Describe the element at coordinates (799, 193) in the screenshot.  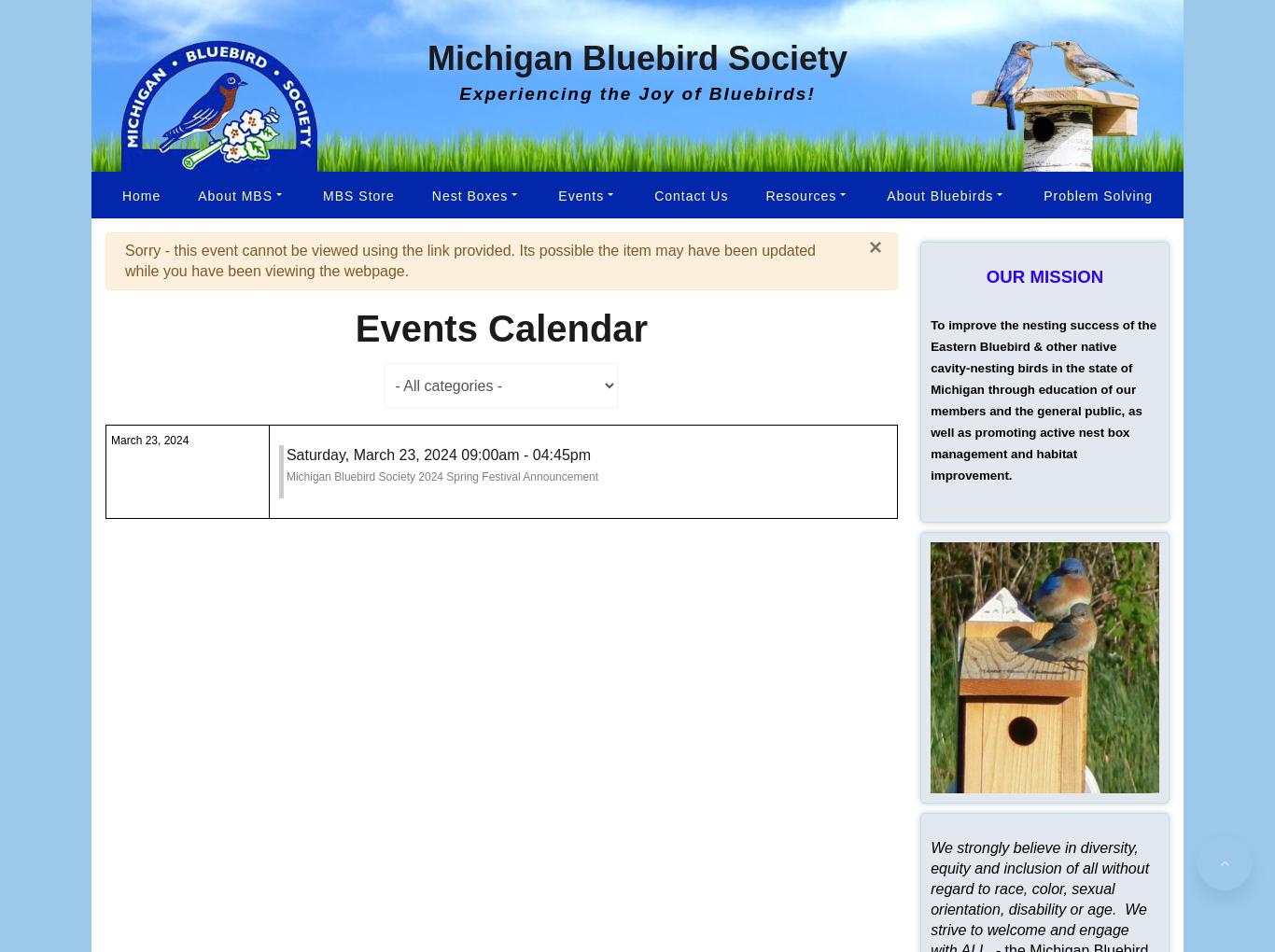
I see `'Resources'` at that location.